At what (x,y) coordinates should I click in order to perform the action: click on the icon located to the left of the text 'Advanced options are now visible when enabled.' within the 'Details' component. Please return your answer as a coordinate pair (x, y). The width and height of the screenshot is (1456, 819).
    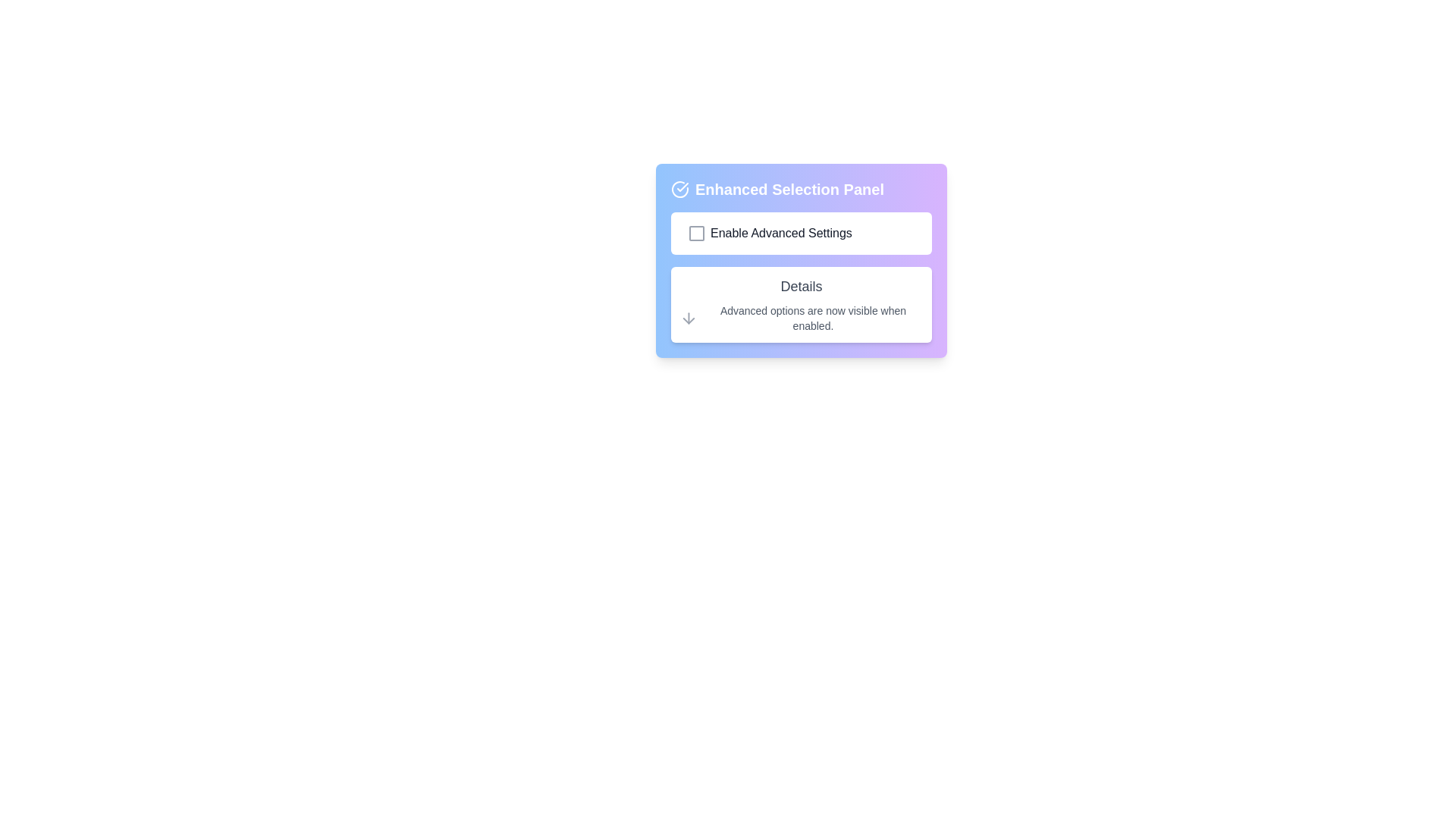
    Looking at the image, I should click on (688, 318).